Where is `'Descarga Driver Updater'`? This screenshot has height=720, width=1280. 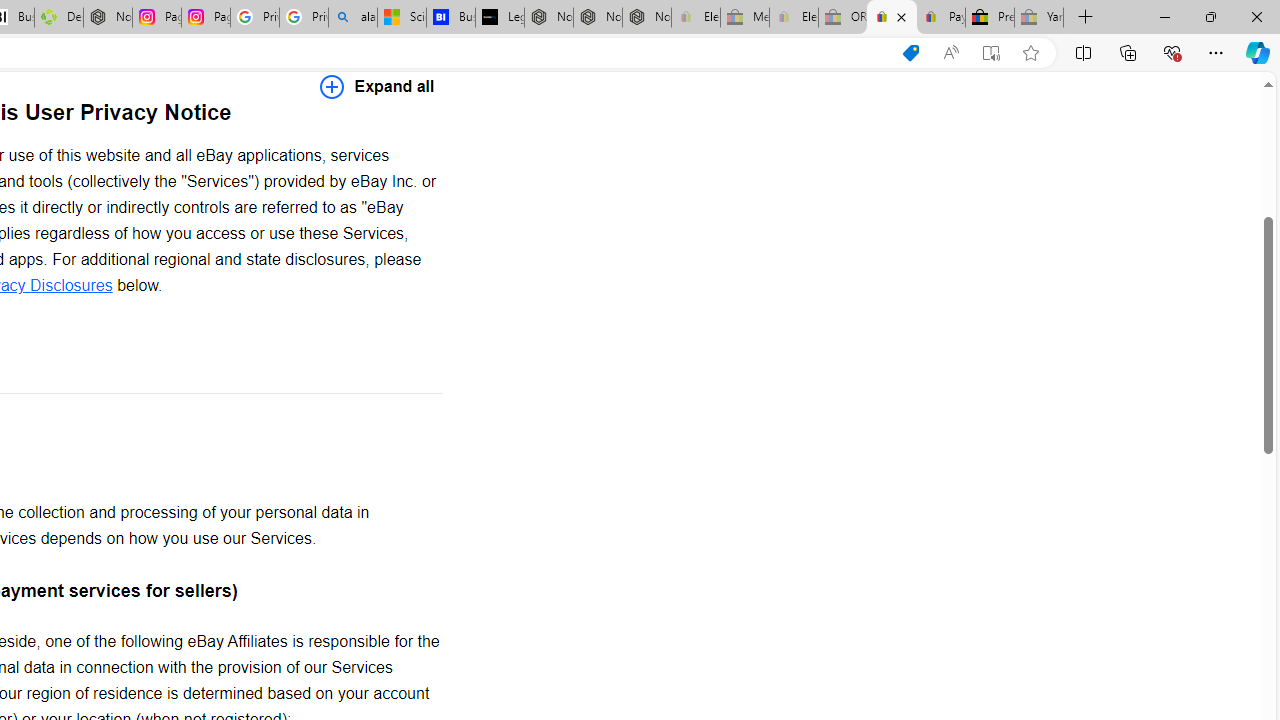
'Descarga Driver Updater' is located at coordinates (58, 17).